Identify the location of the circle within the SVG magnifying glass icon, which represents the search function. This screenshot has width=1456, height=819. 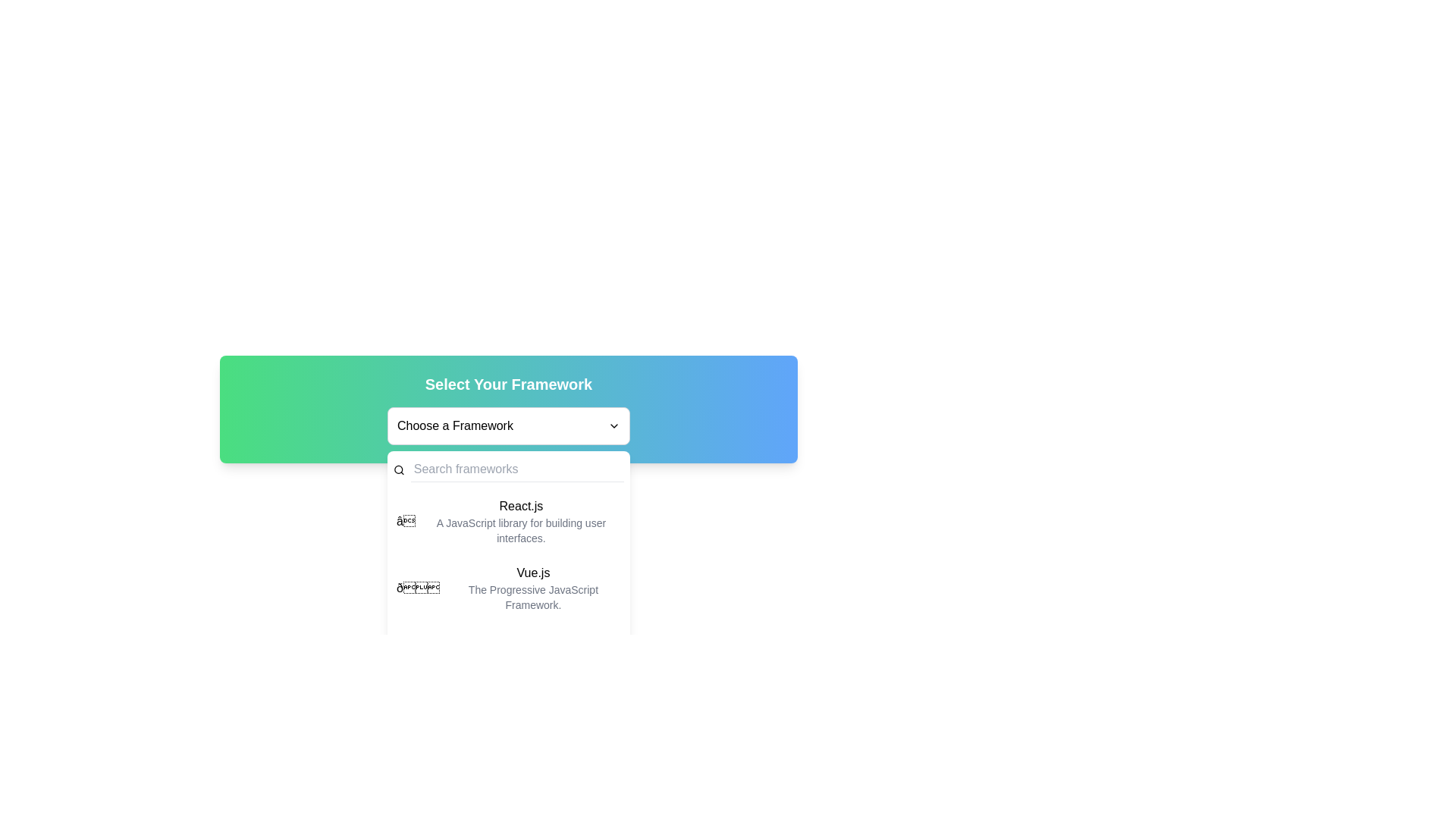
(398, 468).